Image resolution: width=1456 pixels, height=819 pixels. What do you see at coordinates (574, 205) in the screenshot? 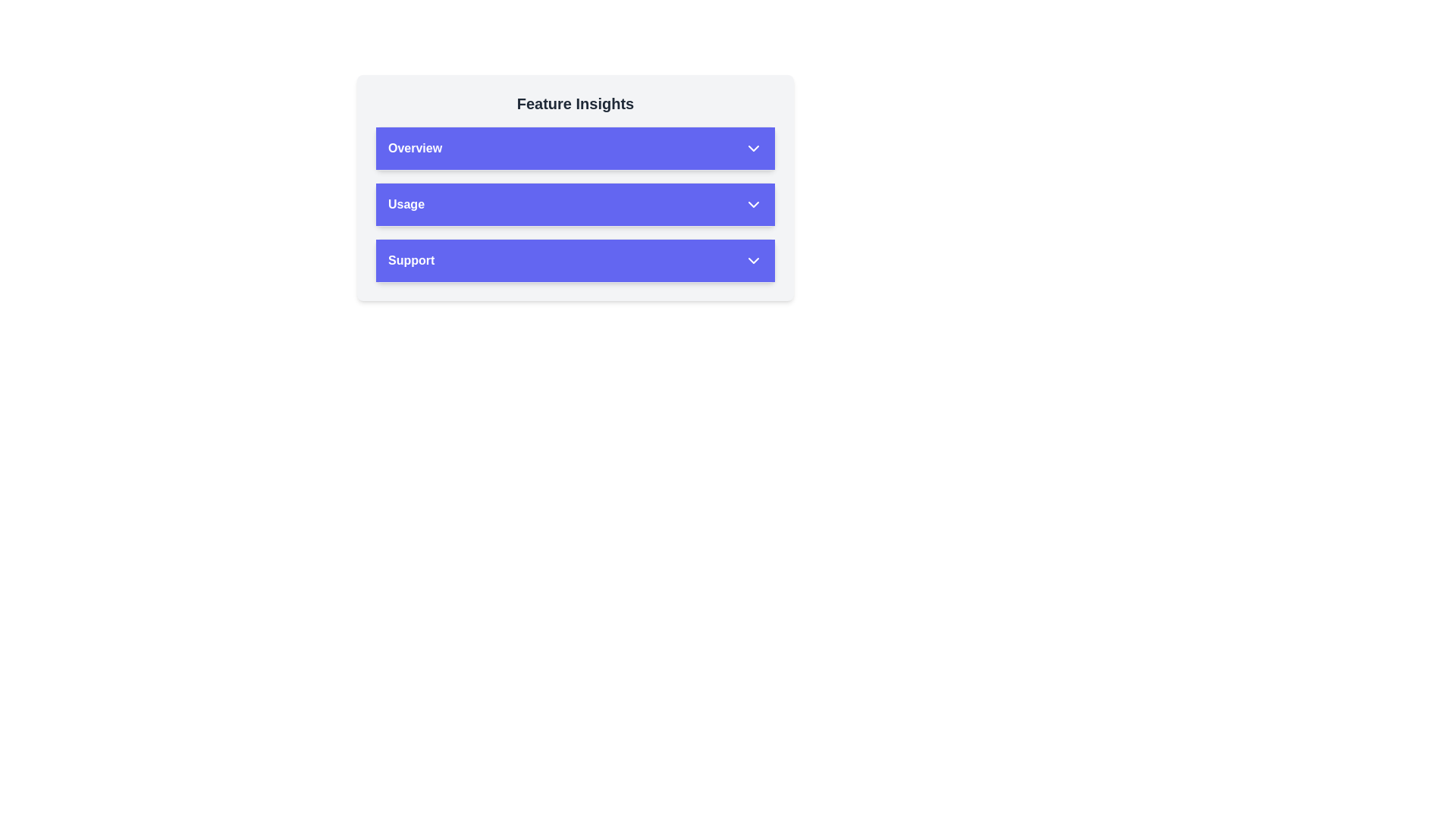
I see `the Dropdown button located` at bounding box center [574, 205].